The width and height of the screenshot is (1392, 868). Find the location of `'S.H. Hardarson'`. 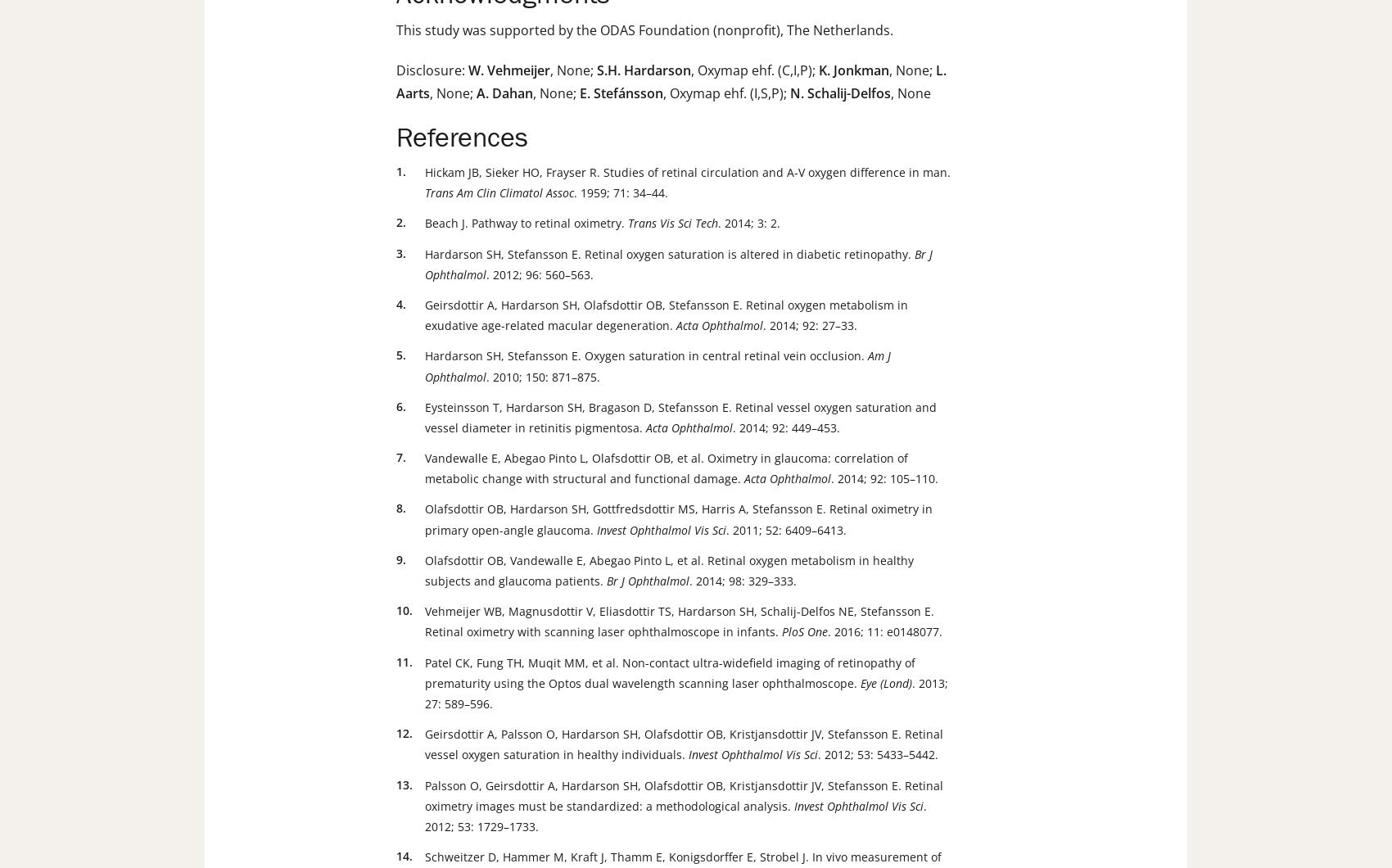

'S.H. Hardarson' is located at coordinates (643, 70).